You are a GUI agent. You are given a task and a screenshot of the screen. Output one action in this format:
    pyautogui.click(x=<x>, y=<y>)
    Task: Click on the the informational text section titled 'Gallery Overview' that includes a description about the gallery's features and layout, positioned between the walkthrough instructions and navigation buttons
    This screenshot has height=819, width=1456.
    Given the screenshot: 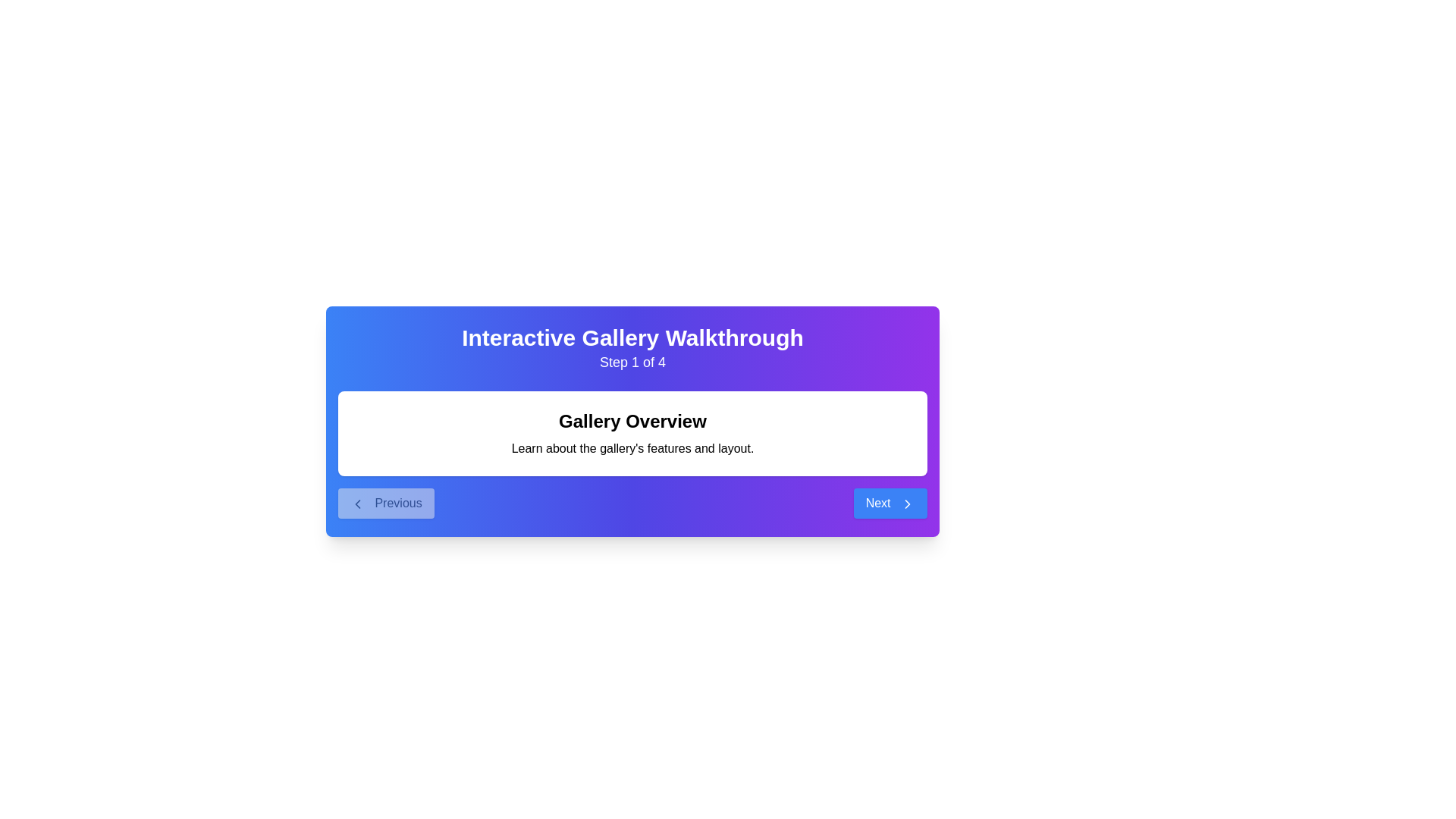 What is the action you would take?
    pyautogui.click(x=632, y=433)
    